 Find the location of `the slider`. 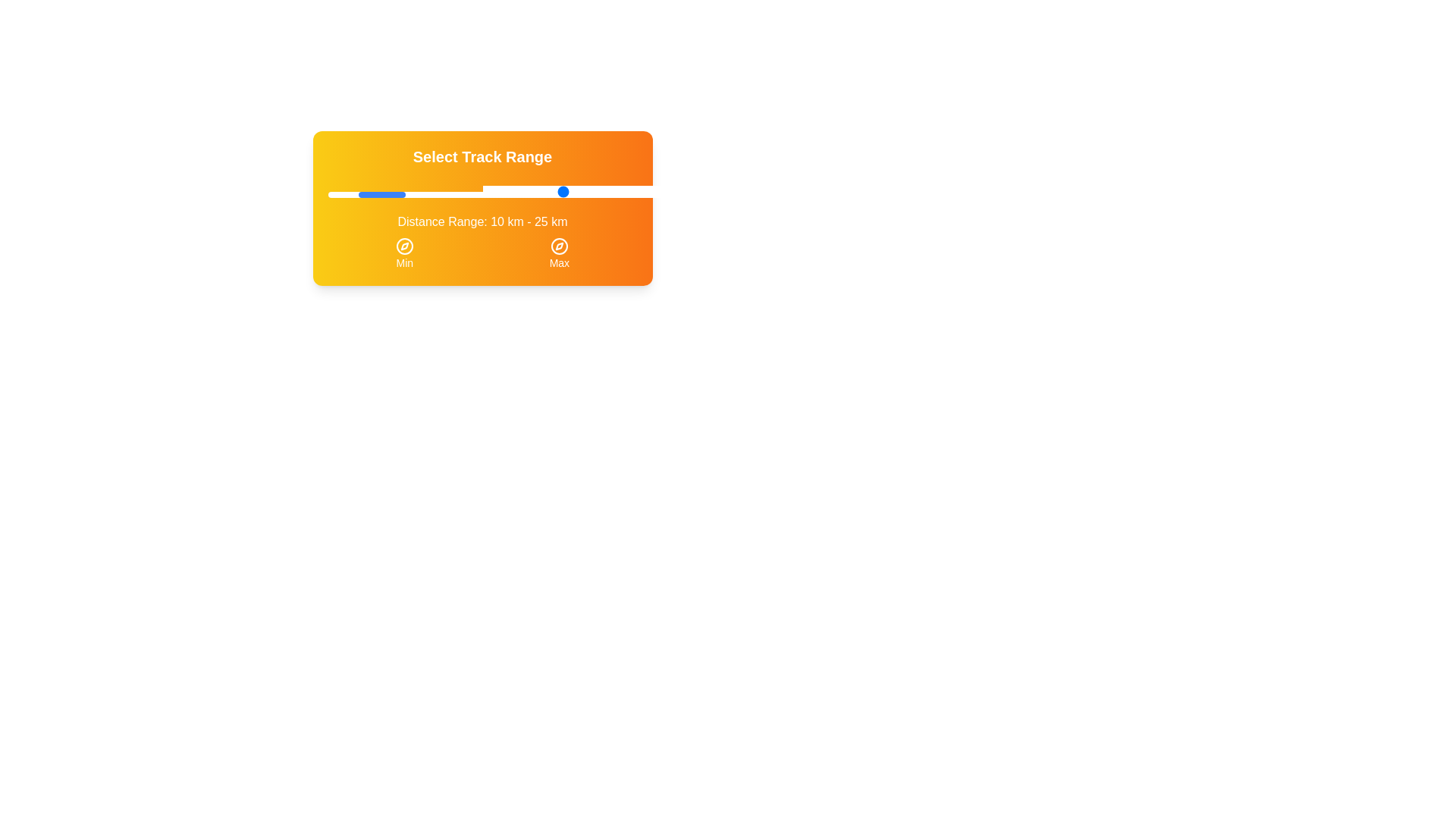

the slider is located at coordinates (602, 191).